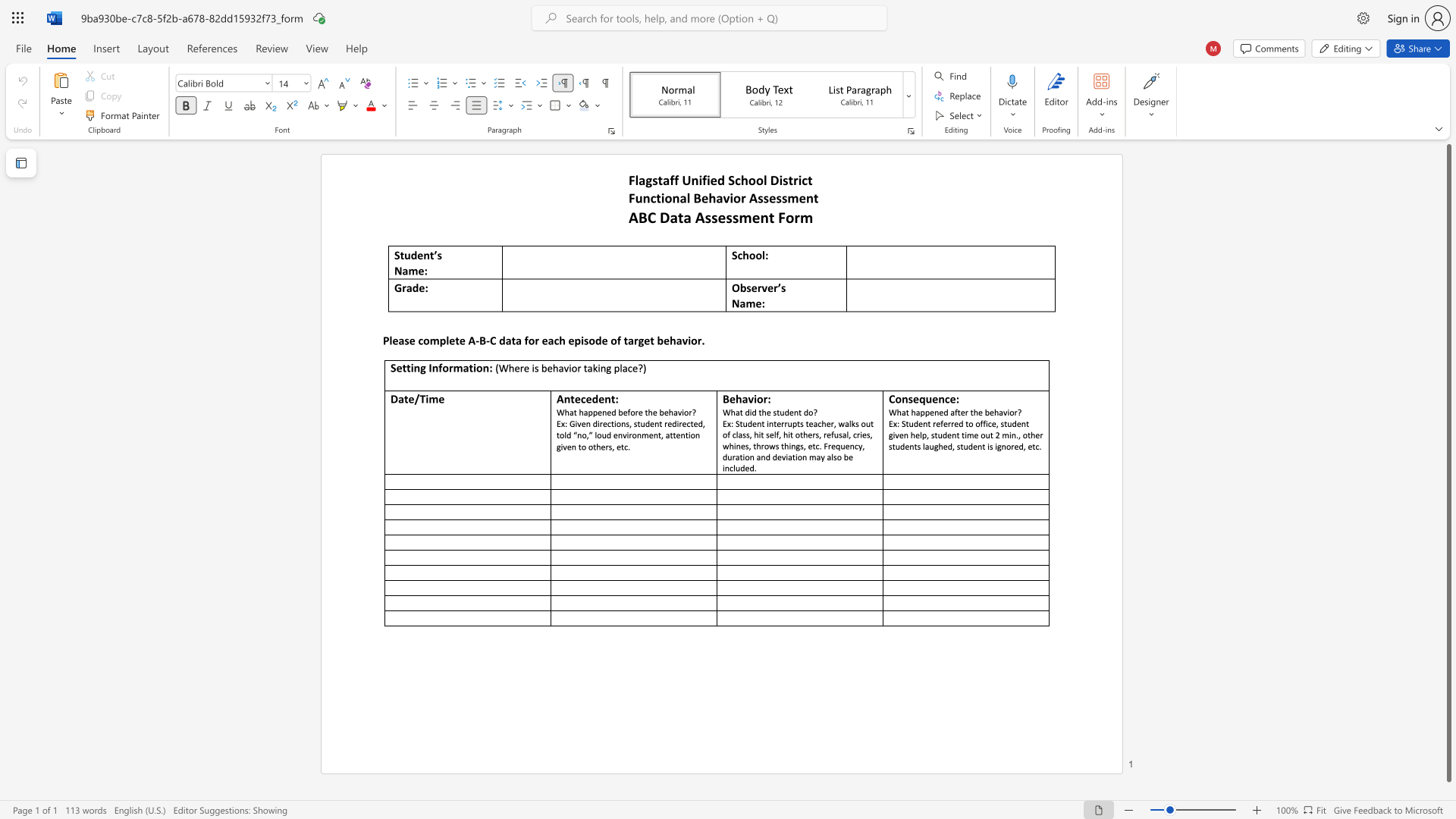  What do you see at coordinates (402, 270) in the screenshot?
I see `the subset text "ame:" within the text "Student’s Name:"` at bounding box center [402, 270].